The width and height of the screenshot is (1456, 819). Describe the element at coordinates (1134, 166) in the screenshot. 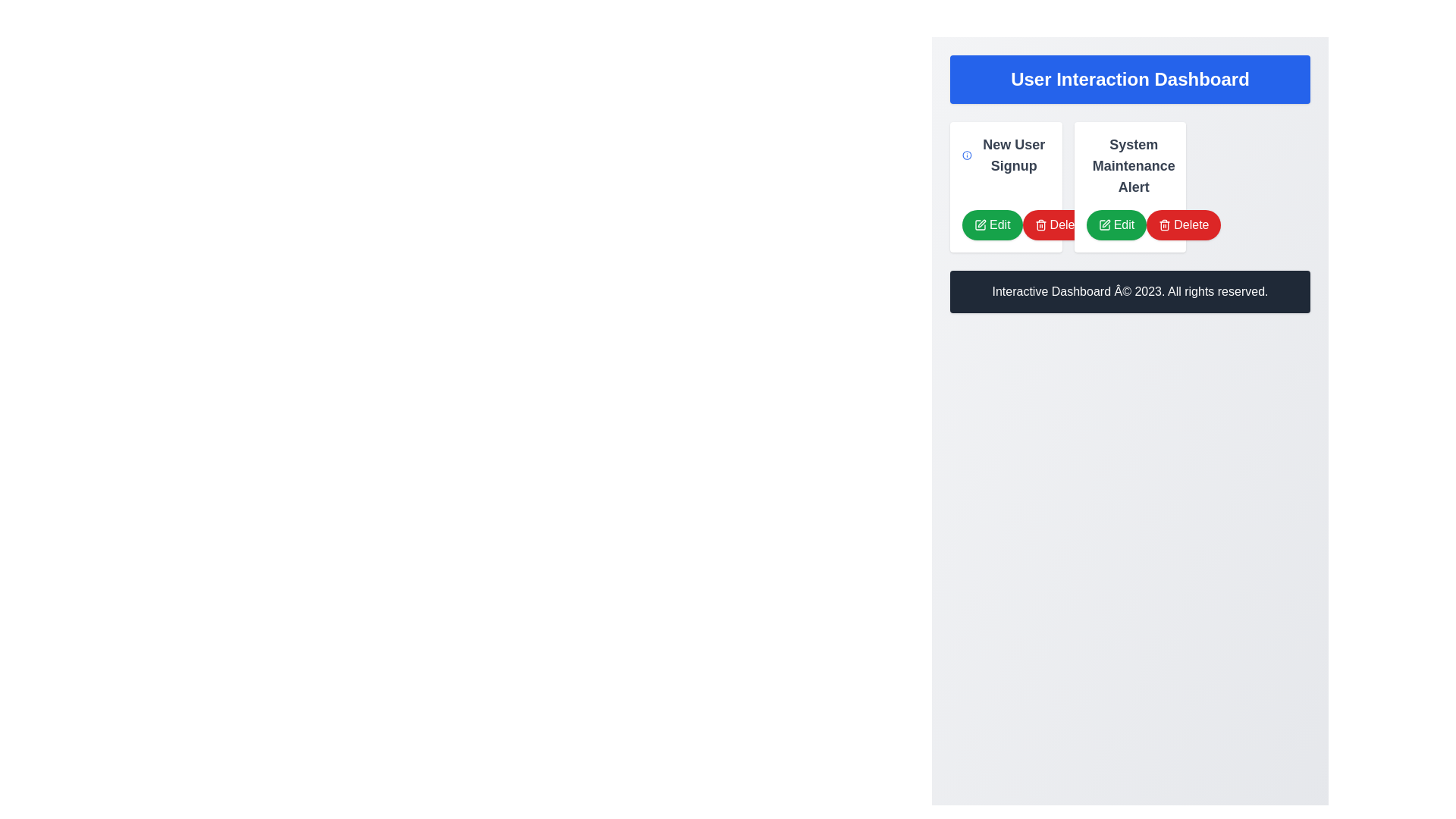

I see `the text label displaying 'System Maintenance Alert', which is located in the second card from the left on the right side of the dashboard, beneath the 'User Interaction Dashboard' header` at that location.